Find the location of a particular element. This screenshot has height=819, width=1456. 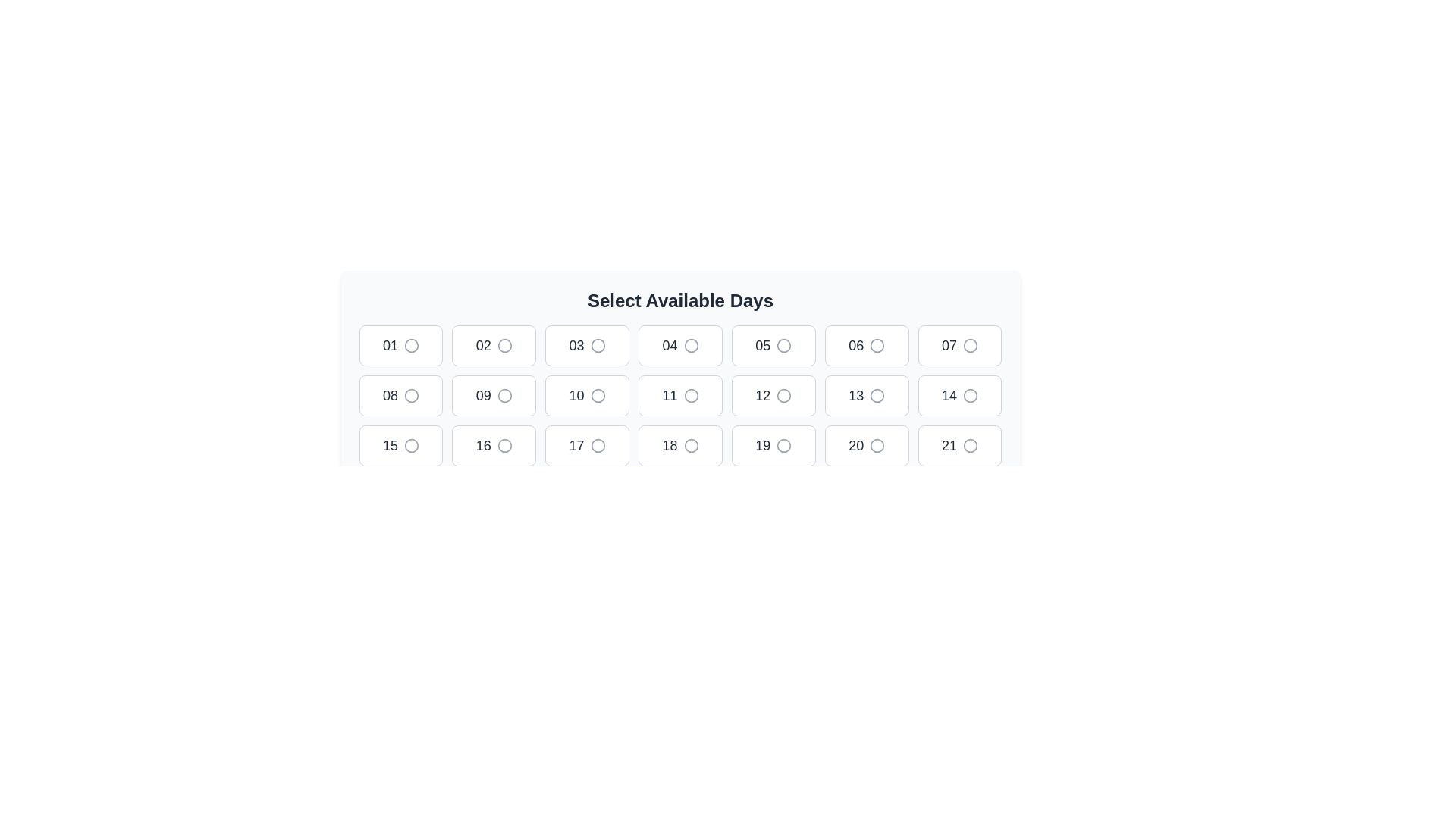

the circular graphical icon that indicates a selectable state related to the '03' button, positioned in the top row of the grid layout, third from the left is located at coordinates (597, 345).